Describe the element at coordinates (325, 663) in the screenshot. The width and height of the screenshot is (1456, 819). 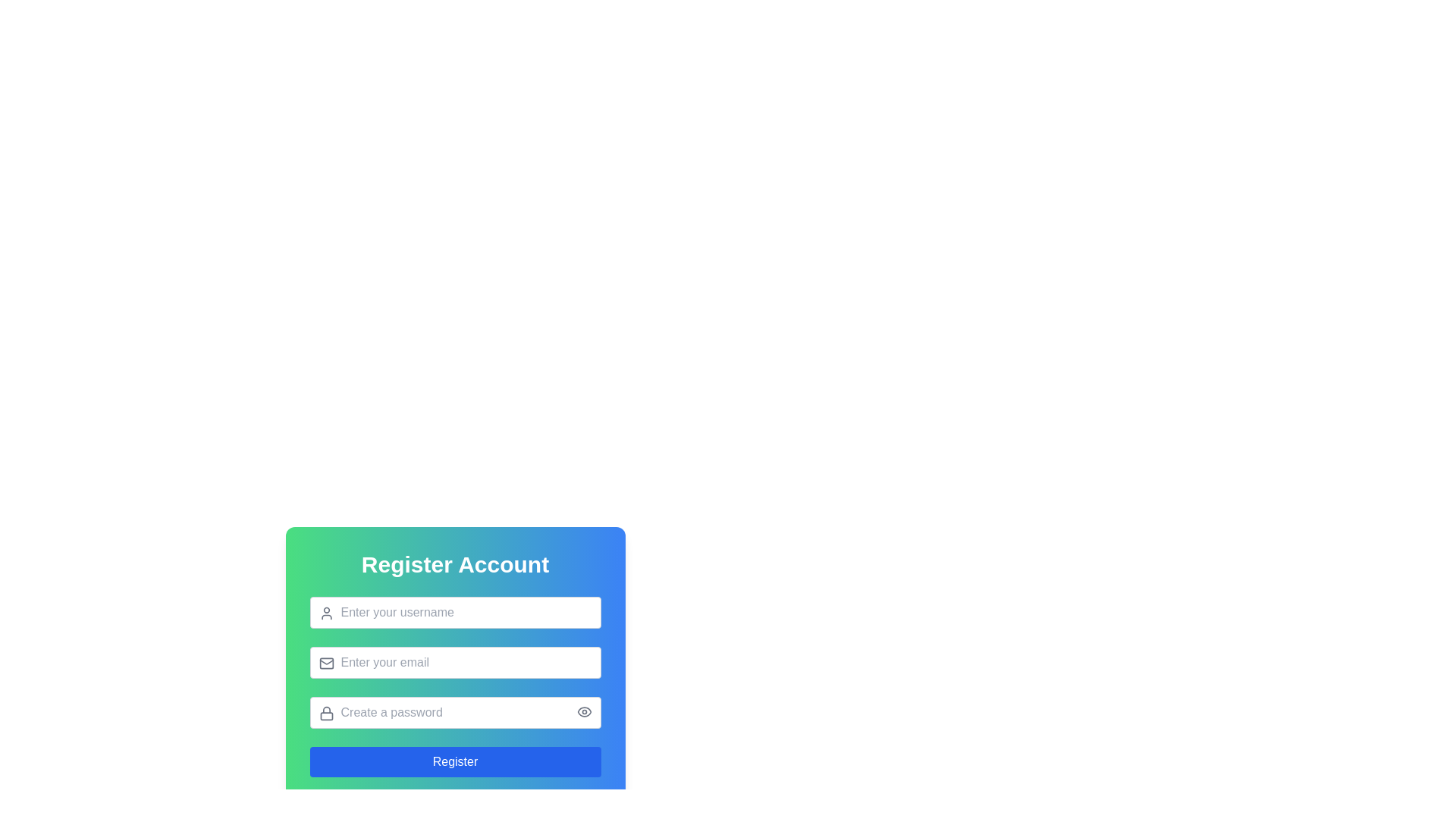
I see `the small gray mail icon representing an envelope, located inside the second input field of the 'Register Account' form, on the left side of the placeholder text 'Enter your email.'` at that location.